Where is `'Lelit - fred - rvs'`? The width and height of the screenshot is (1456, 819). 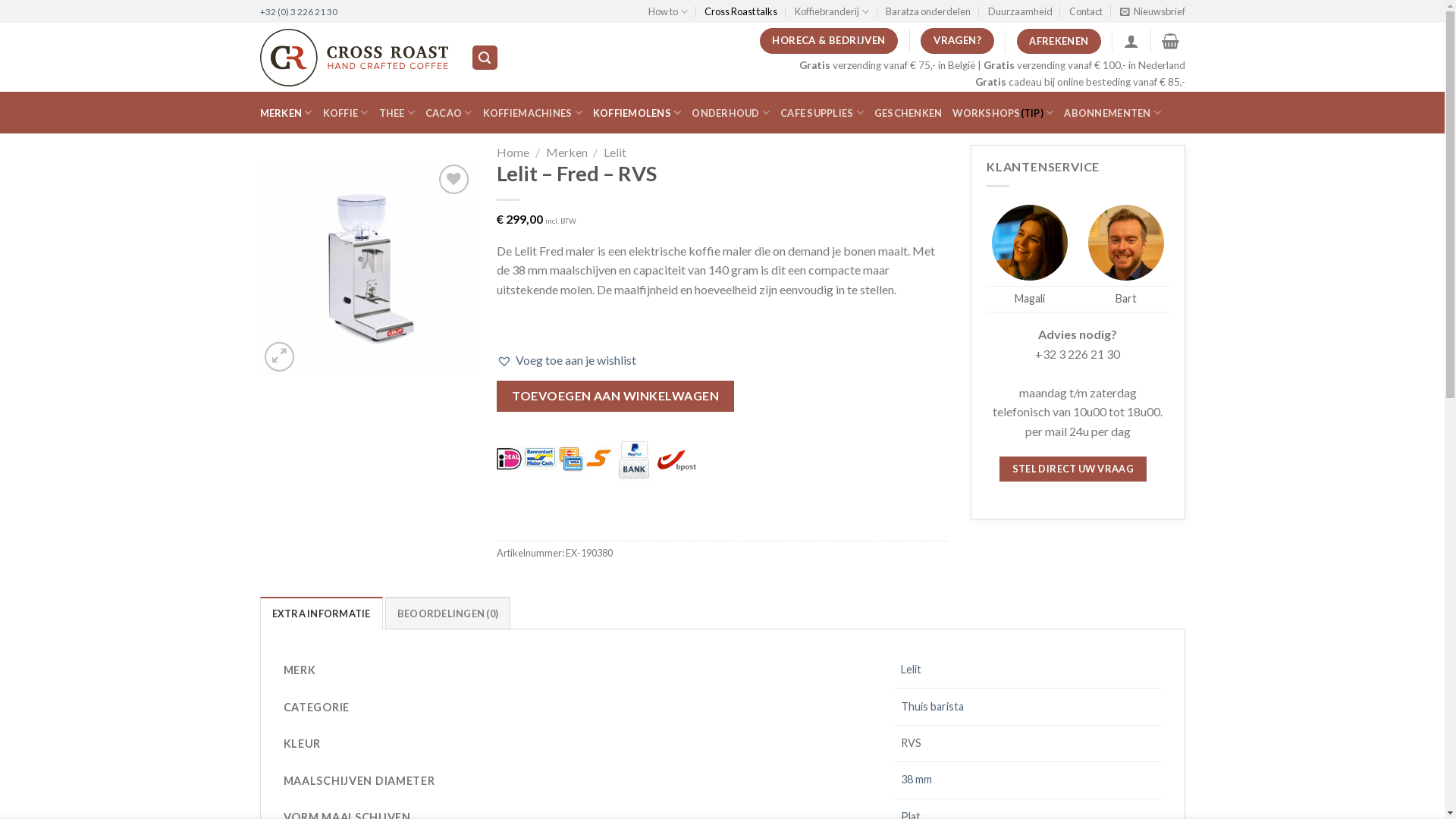
'Lelit - fred - rvs' is located at coordinates (259, 267).